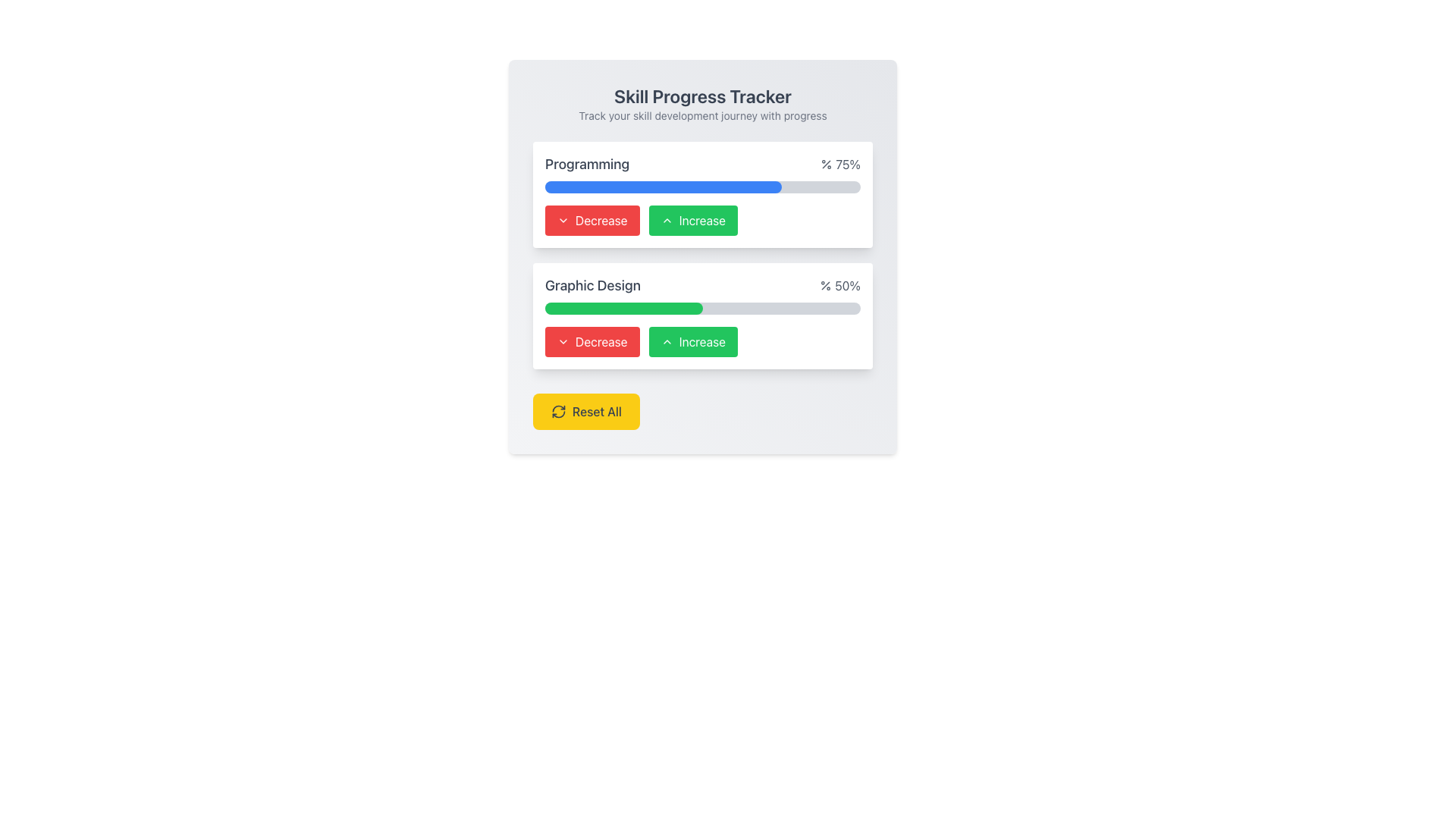 Image resolution: width=1456 pixels, height=819 pixels. What do you see at coordinates (701, 194) in the screenshot?
I see `the blue progress bar in the 'Programming' card-like component` at bounding box center [701, 194].